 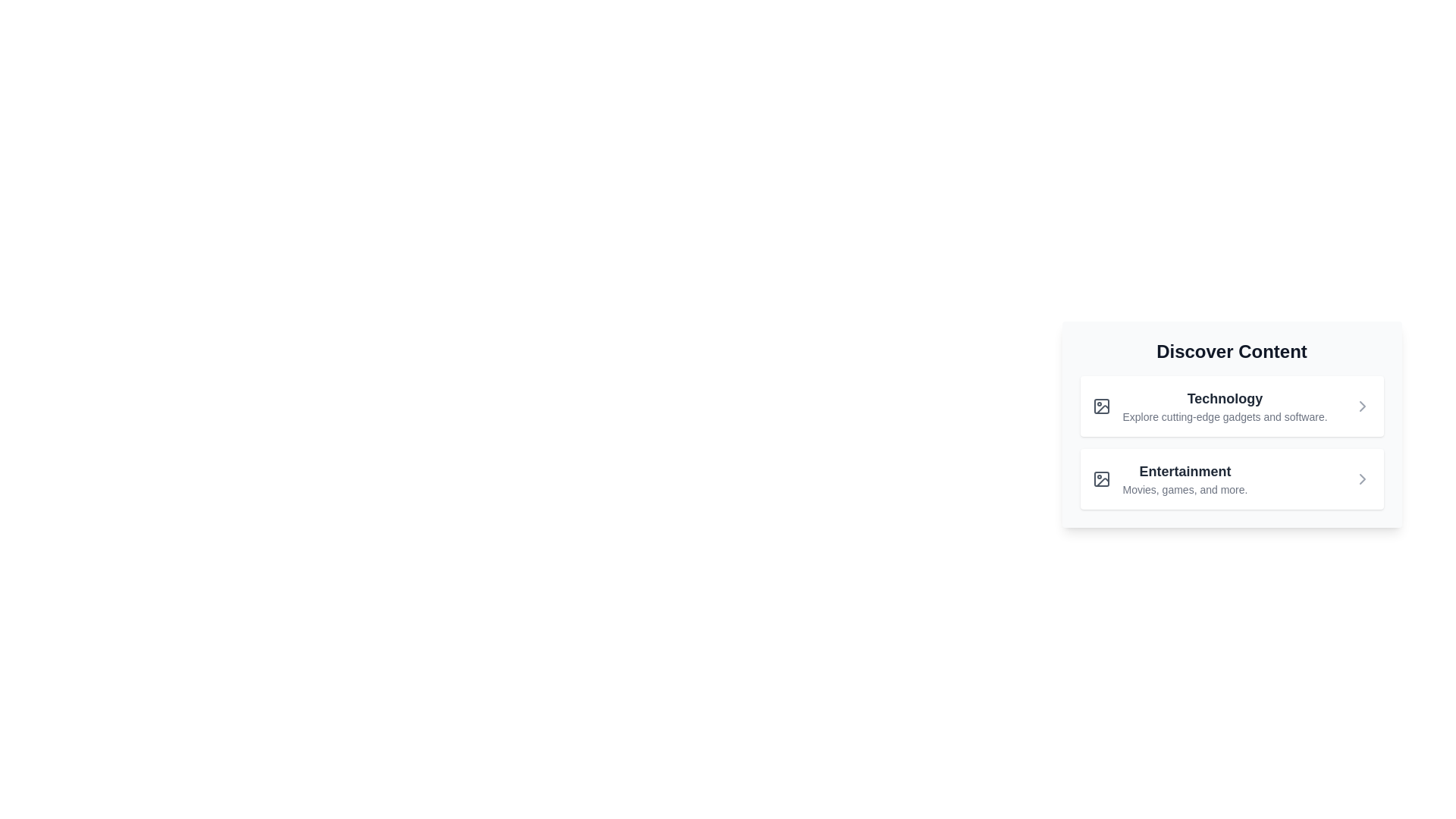 I want to click on the right-facing chevron arrow icon located at the far-right side of the 'Entertainment' listing in the Discover Content section, so click(x=1362, y=479).